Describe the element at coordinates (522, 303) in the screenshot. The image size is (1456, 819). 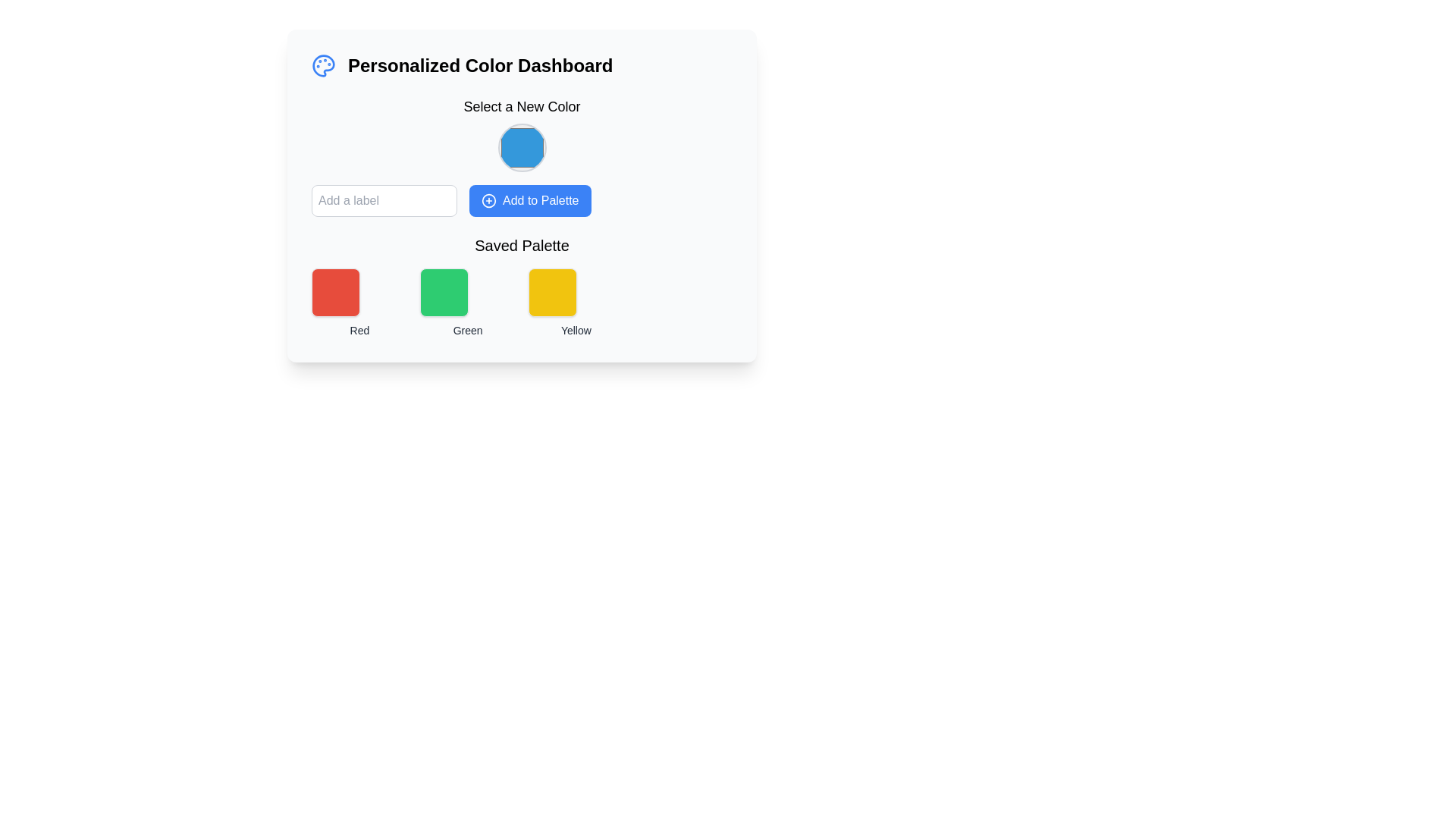
I see `the composite color layout containing red, green, and yellow boxes located beneath the 'Saved Palette' title` at that location.